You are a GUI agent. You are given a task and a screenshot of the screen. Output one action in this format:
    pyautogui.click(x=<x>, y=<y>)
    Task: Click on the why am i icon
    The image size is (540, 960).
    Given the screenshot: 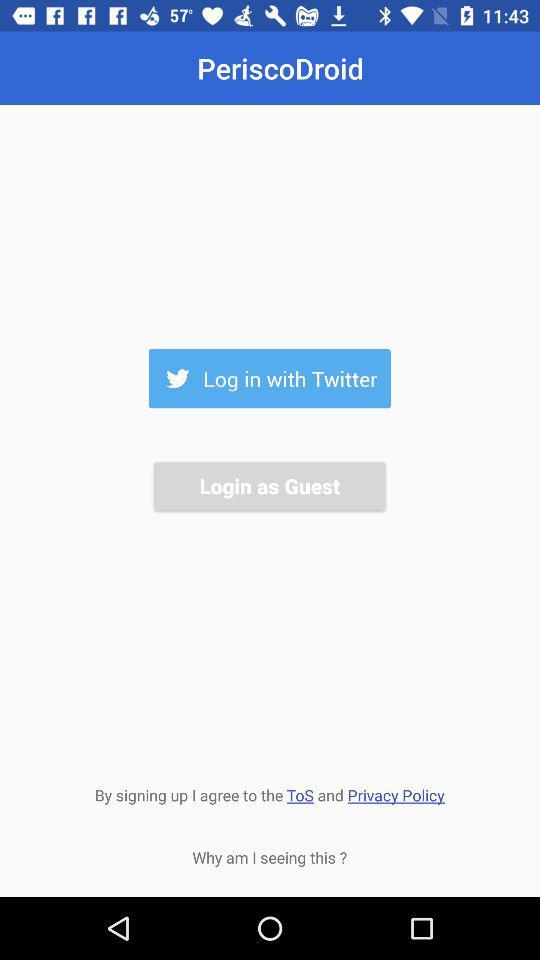 What is the action you would take?
    pyautogui.click(x=269, y=856)
    